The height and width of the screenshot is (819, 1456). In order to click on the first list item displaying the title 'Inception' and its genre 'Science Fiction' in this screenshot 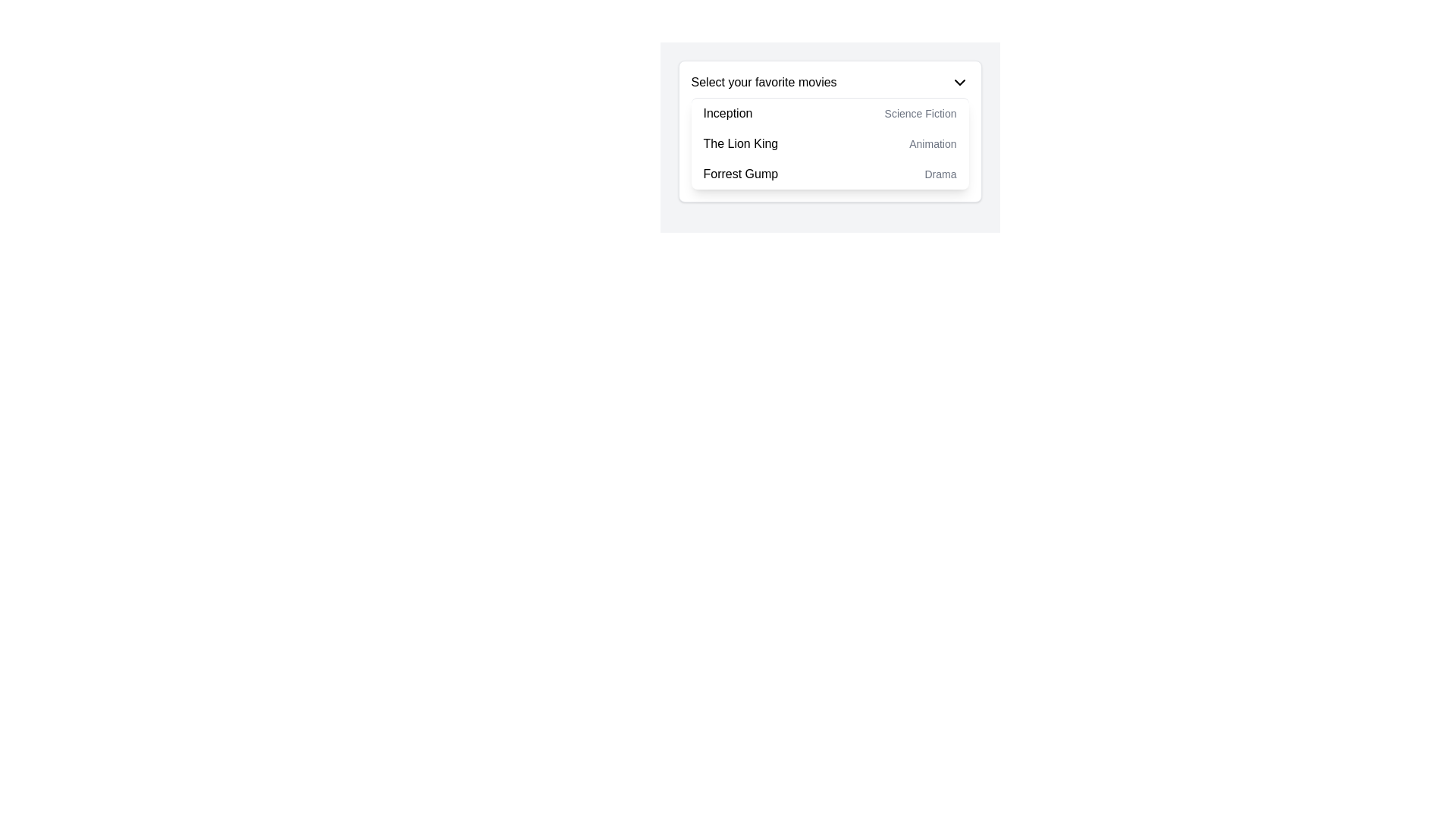, I will do `click(829, 113)`.